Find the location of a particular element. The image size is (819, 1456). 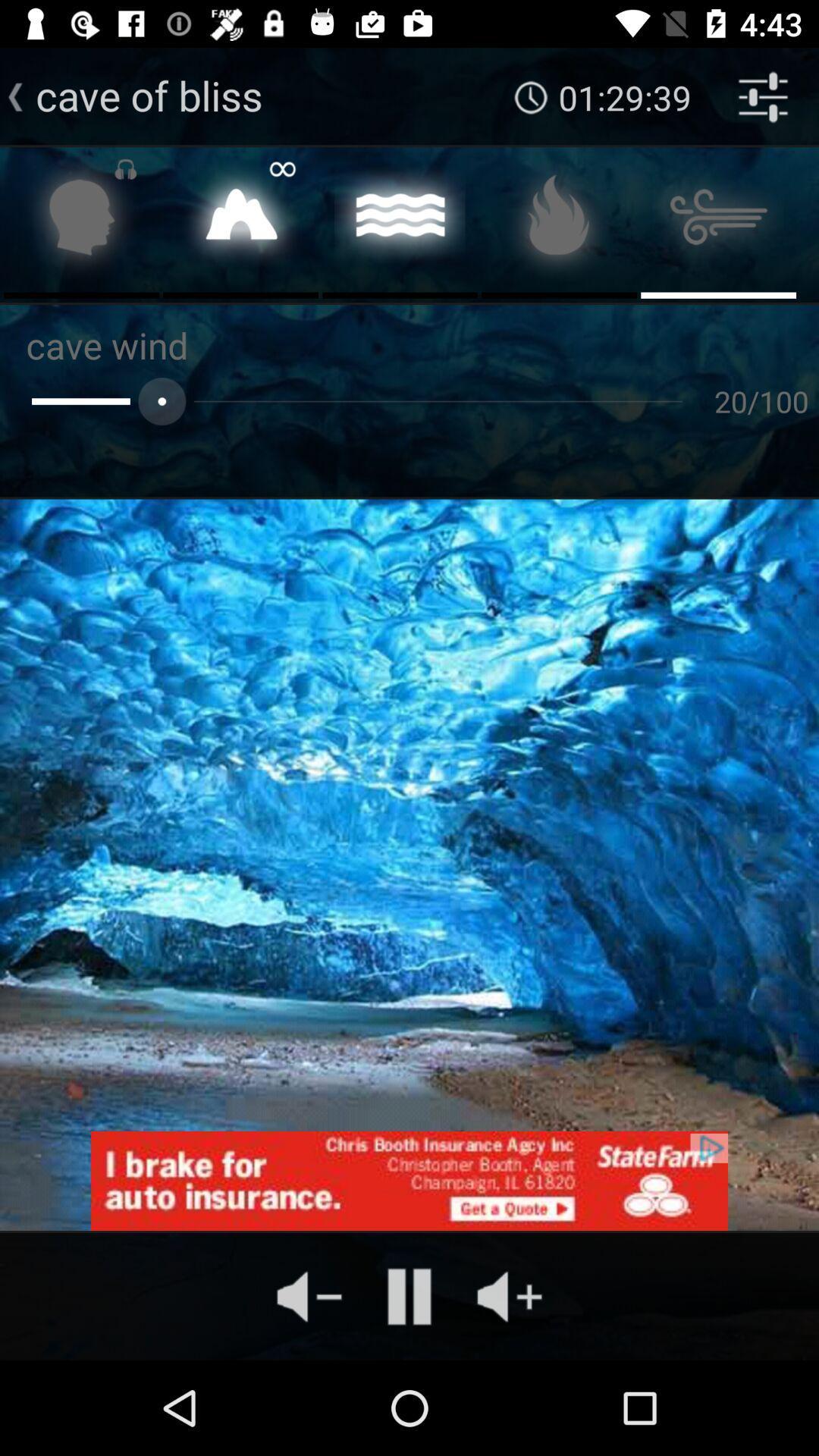

icon page is located at coordinates (240, 221).